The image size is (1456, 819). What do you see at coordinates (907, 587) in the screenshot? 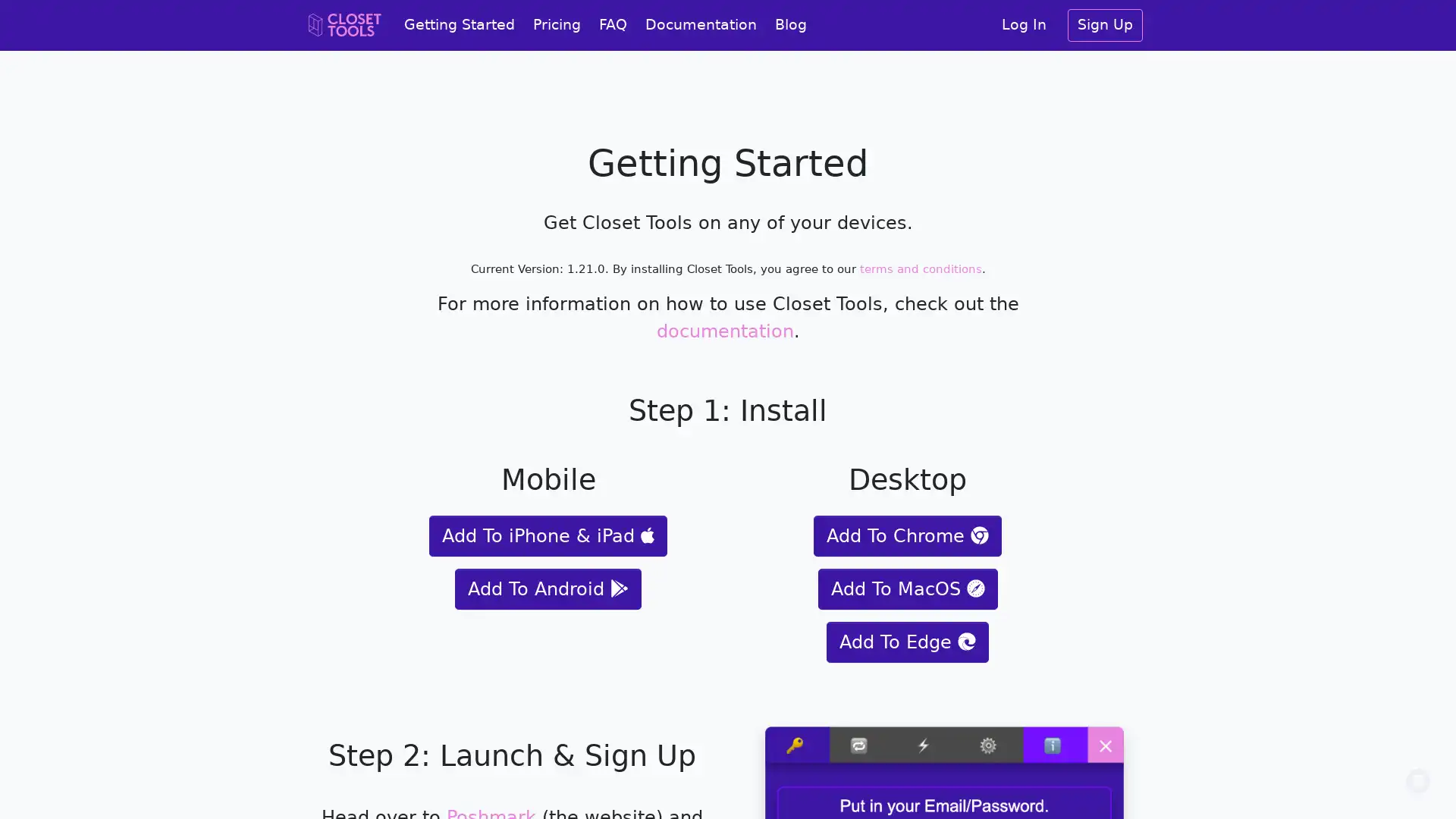
I see `Add To MacOS` at bounding box center [907, 587].